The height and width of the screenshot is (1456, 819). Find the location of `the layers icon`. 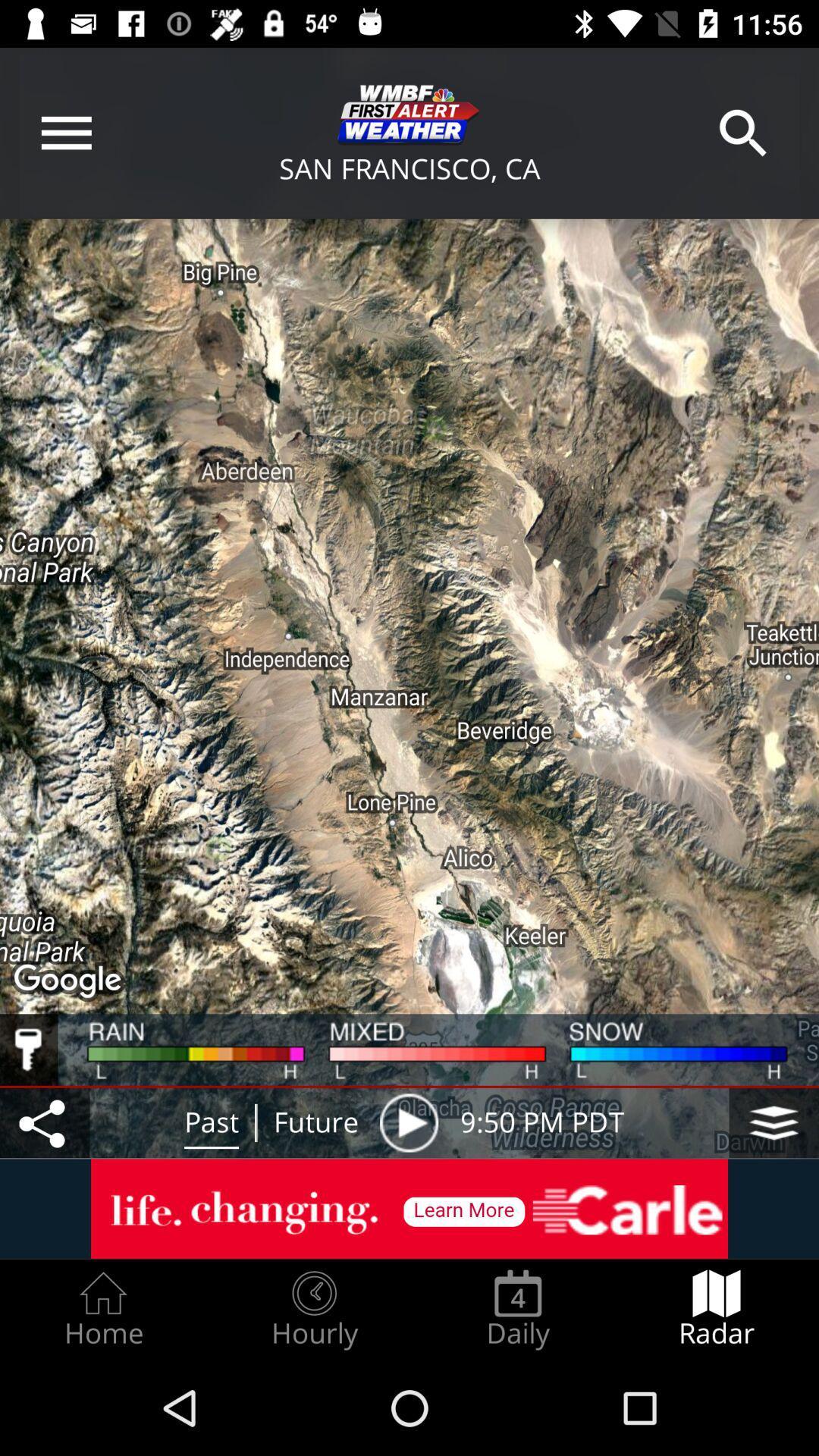

the layers icon is located at coordinates (773, 1122).